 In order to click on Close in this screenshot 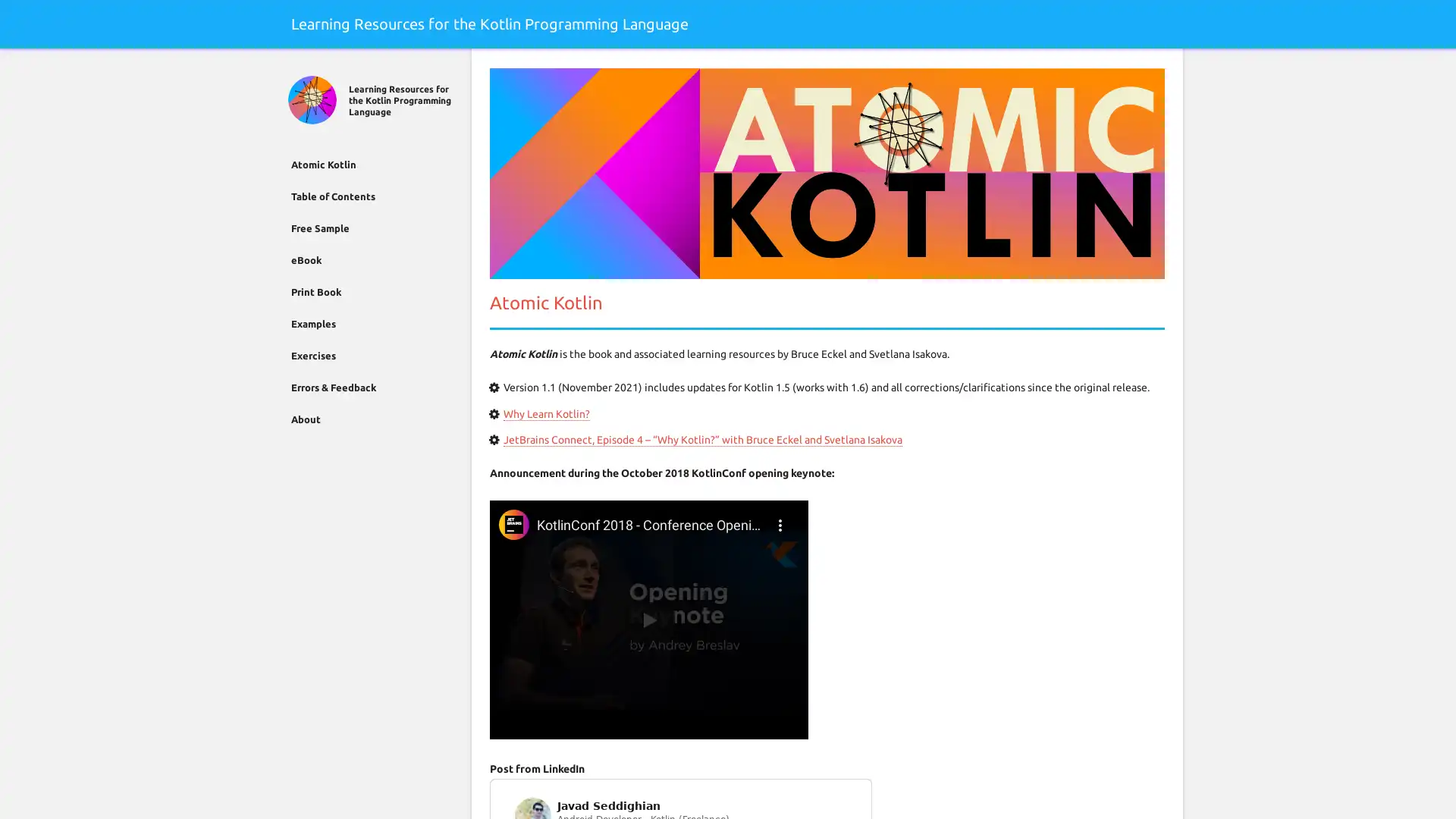, I will do `click(297, 66)`.